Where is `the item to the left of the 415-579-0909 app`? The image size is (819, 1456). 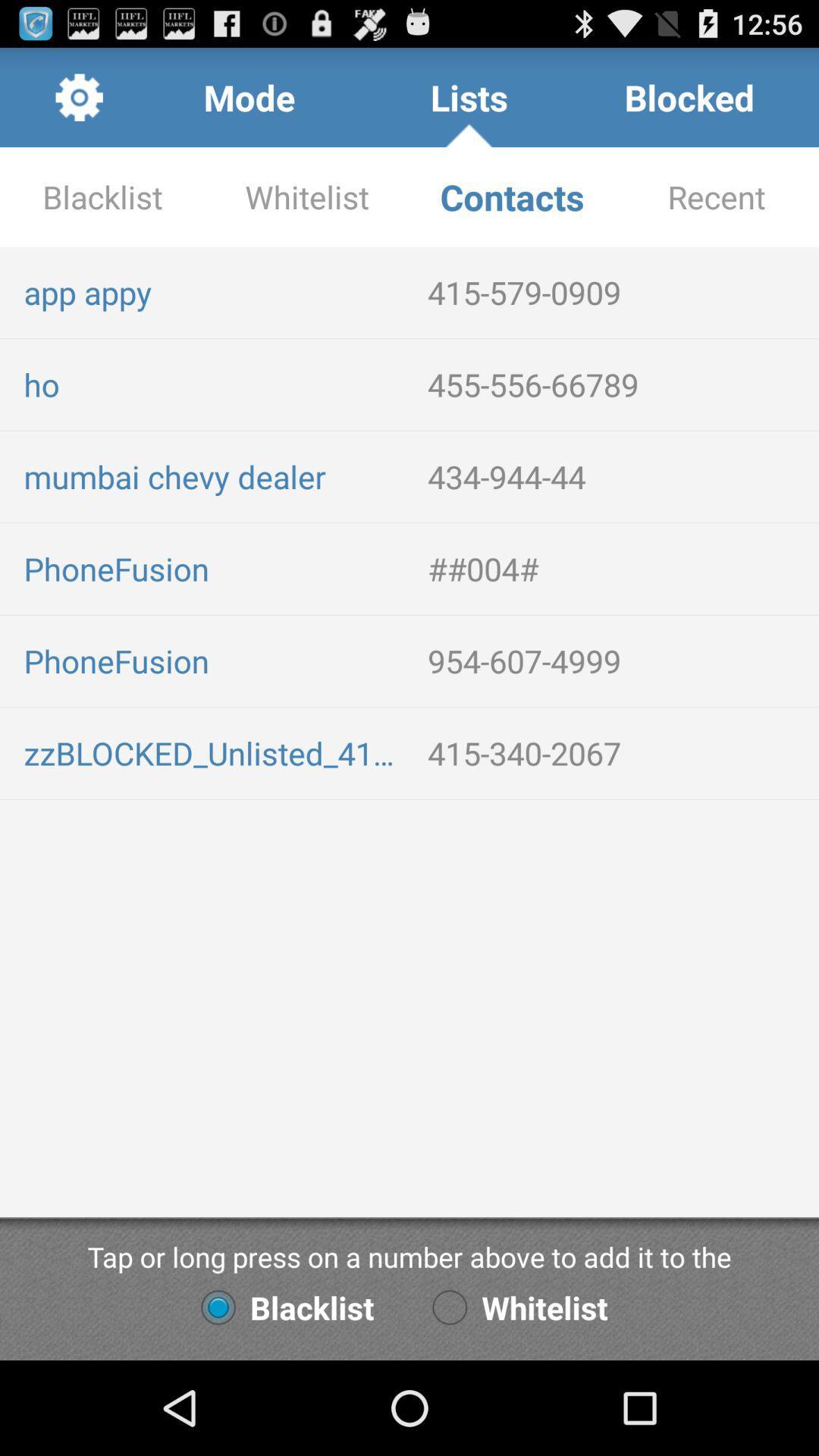 the item to the left of the 415-579-0909 app is located at coordinates (213, 292).